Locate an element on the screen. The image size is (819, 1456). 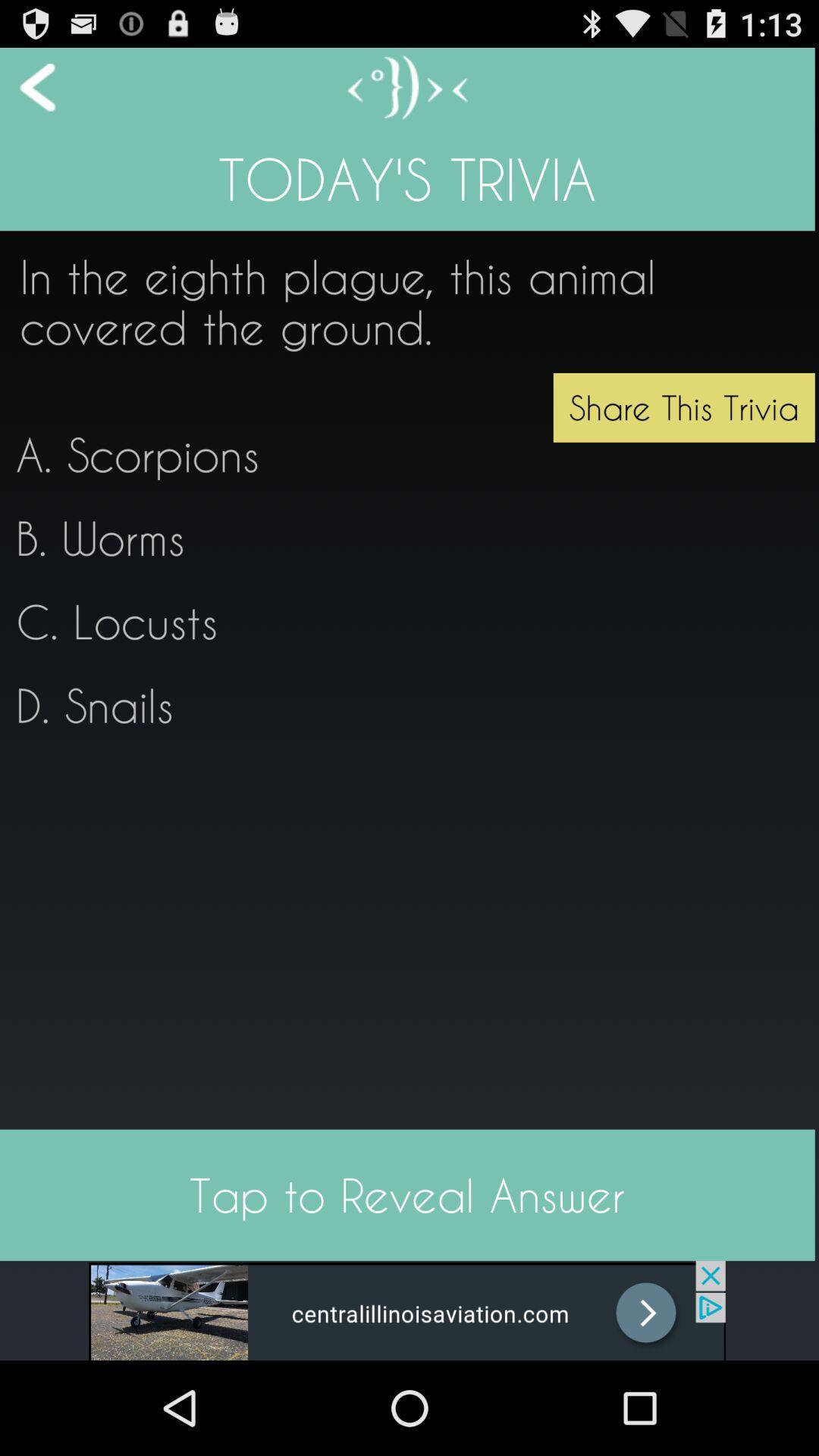
open an advertisements is located at coordinates (406, 1310).